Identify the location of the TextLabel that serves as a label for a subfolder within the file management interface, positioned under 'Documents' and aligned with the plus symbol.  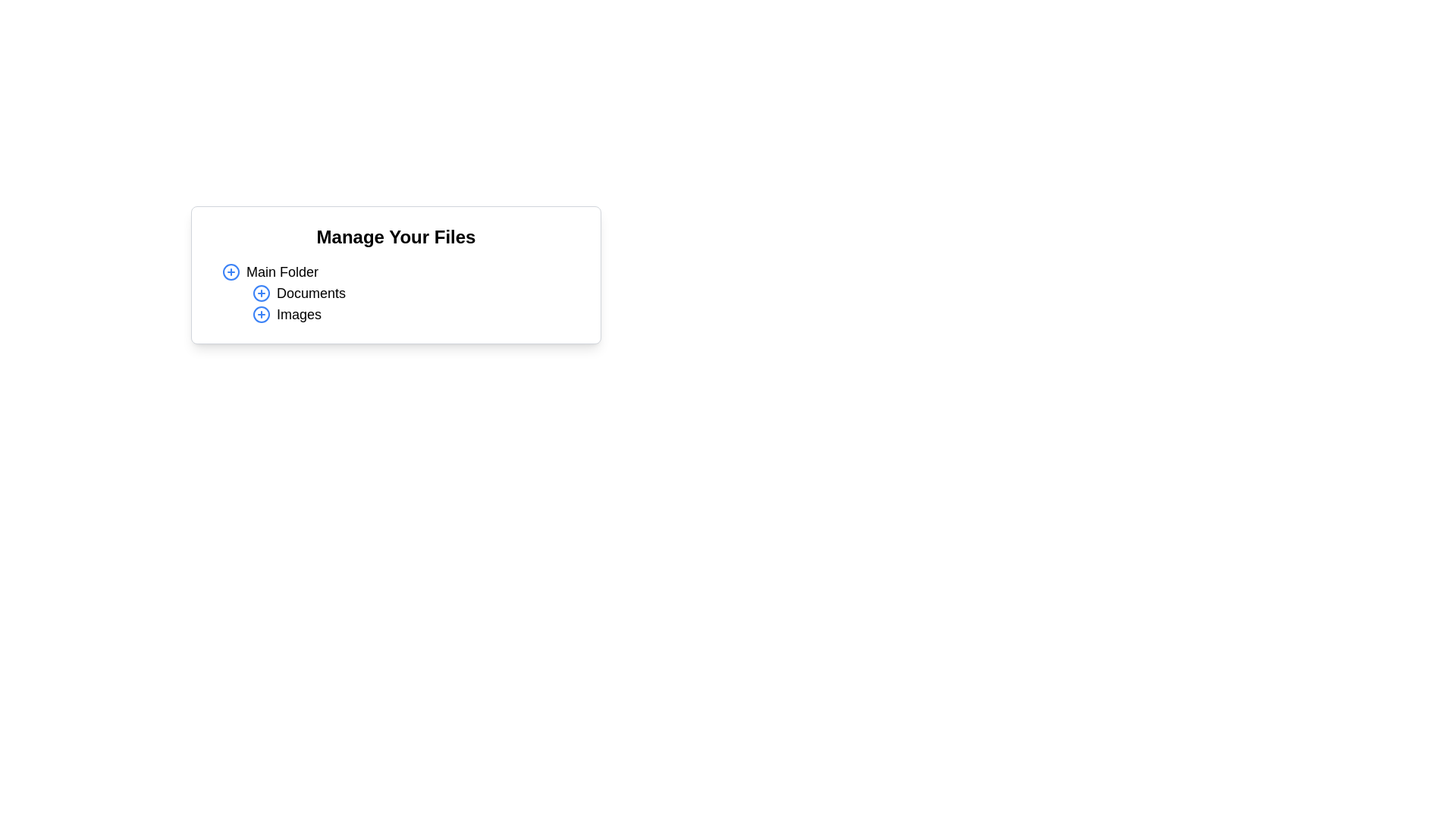
(299, 314).